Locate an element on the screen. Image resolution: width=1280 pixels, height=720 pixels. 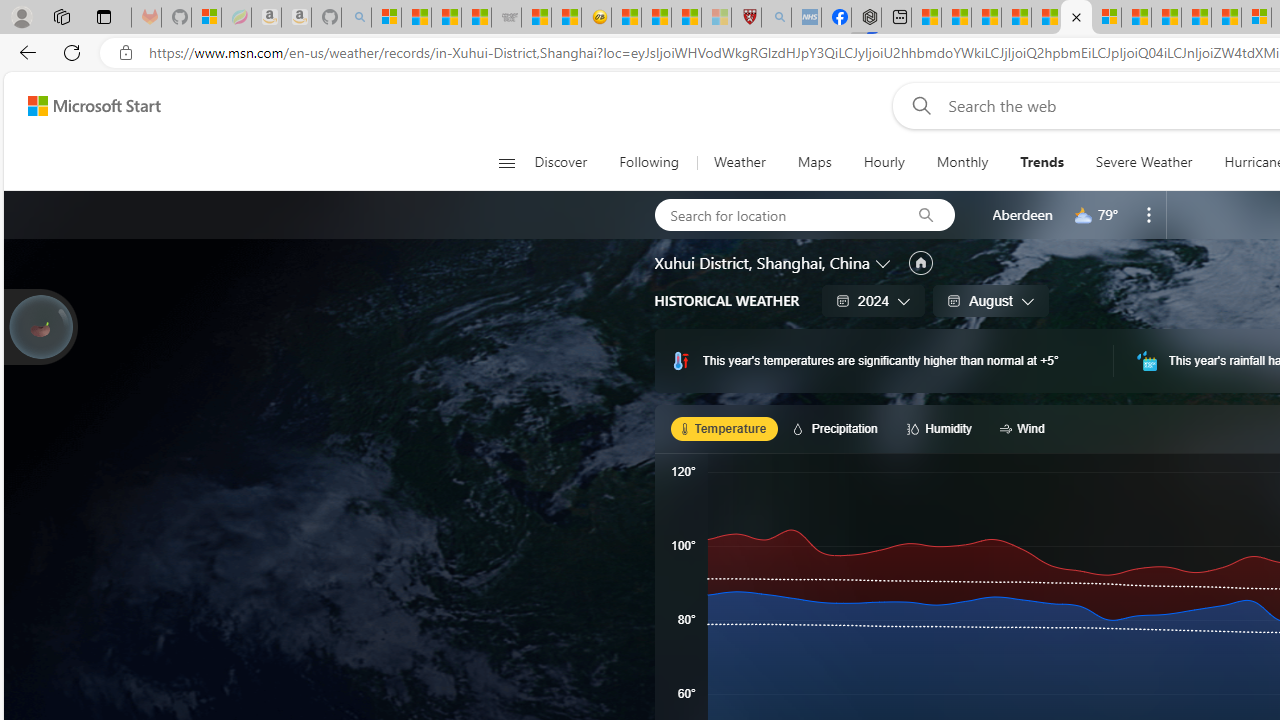
'Robert H. Shmerling, MD - Harvard Health' is located at coordinates (745, 17).